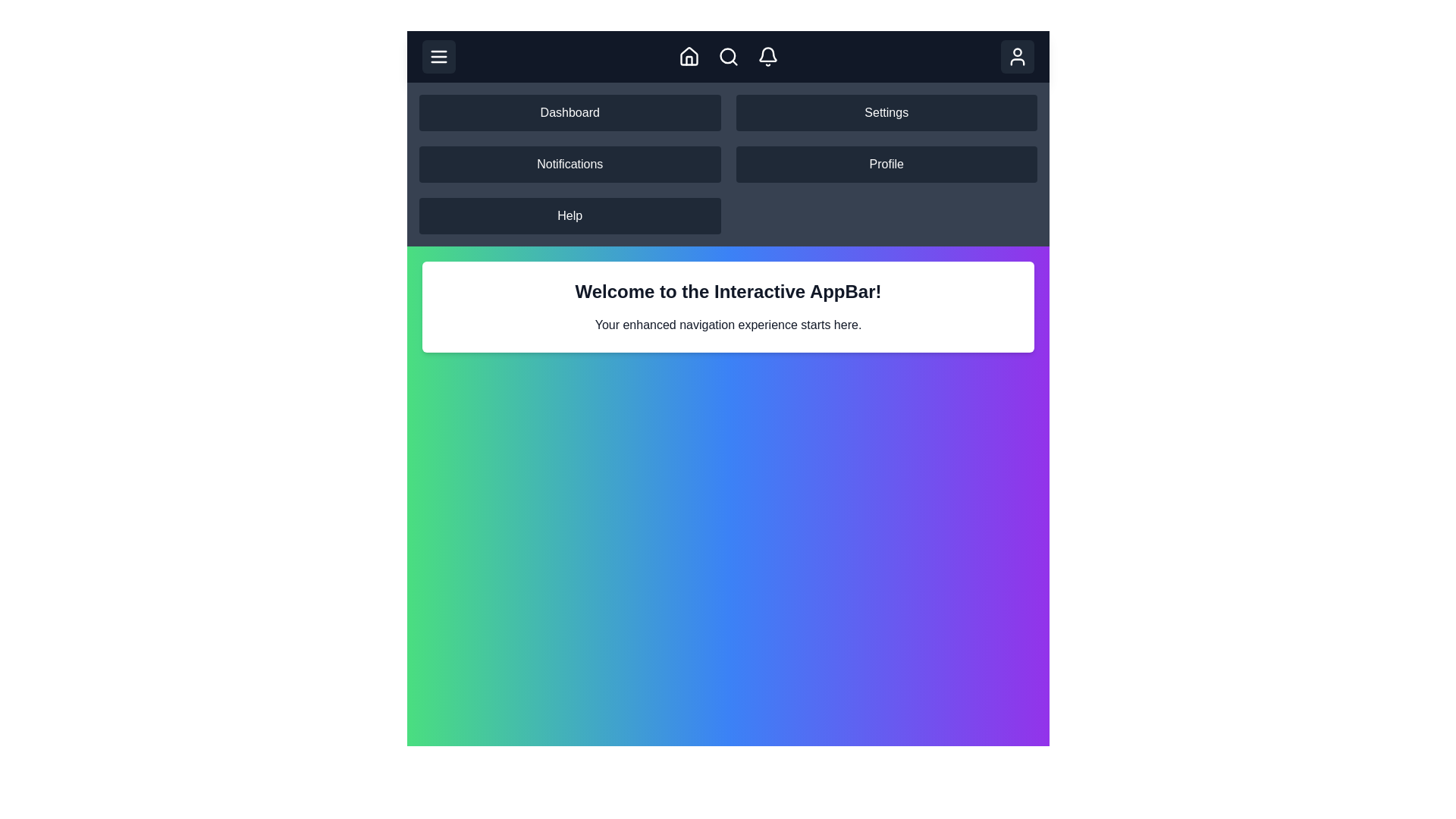 The image size is (1456, 819). I want to click on the navigation item Dashboard, so click(569, 112).